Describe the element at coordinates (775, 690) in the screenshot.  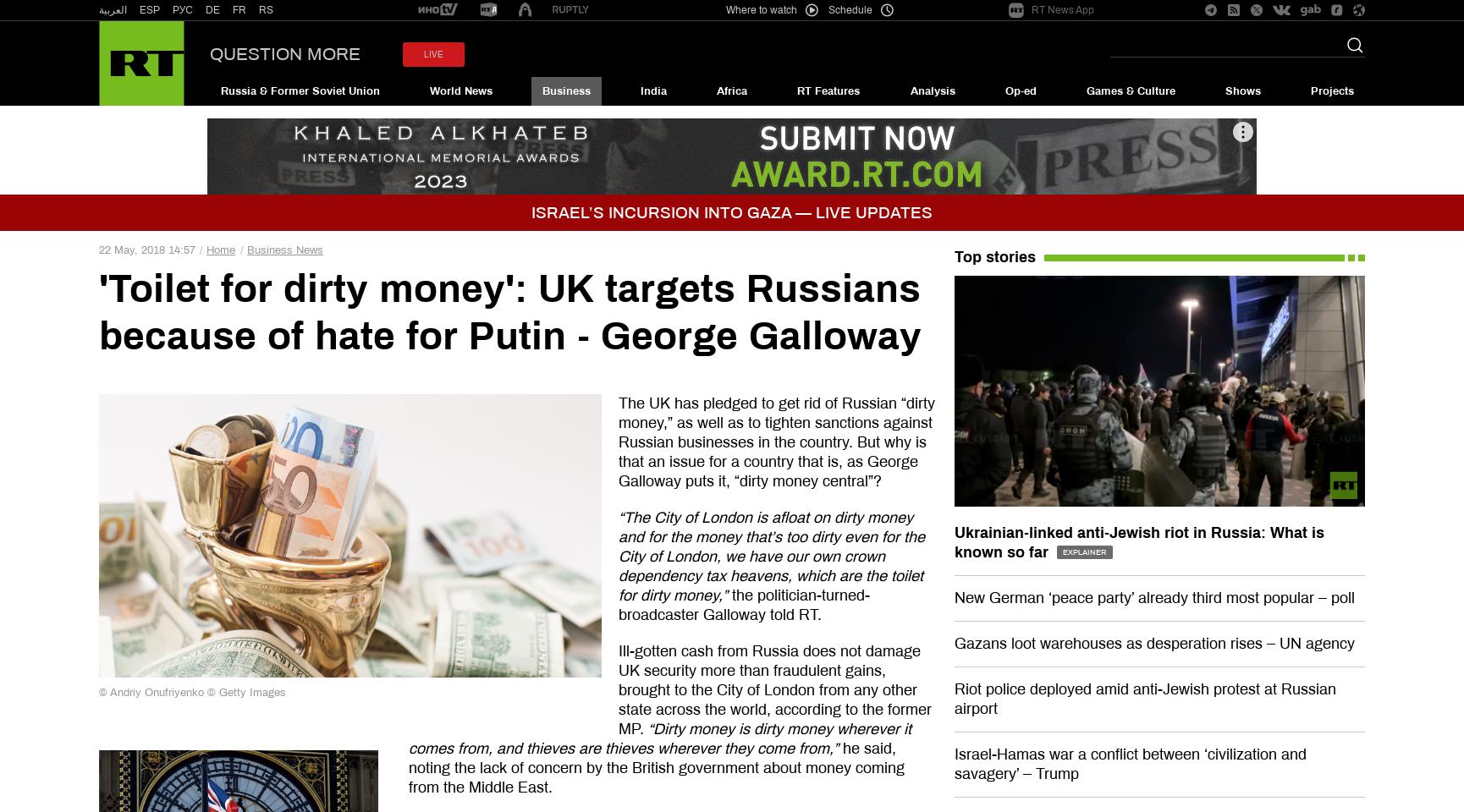
I see `'Ill-gotten cash from Russia does not damage UK security more than fraudulent gains, brought to the City of London from any other state across the world, according to the former MP.'` at that location.